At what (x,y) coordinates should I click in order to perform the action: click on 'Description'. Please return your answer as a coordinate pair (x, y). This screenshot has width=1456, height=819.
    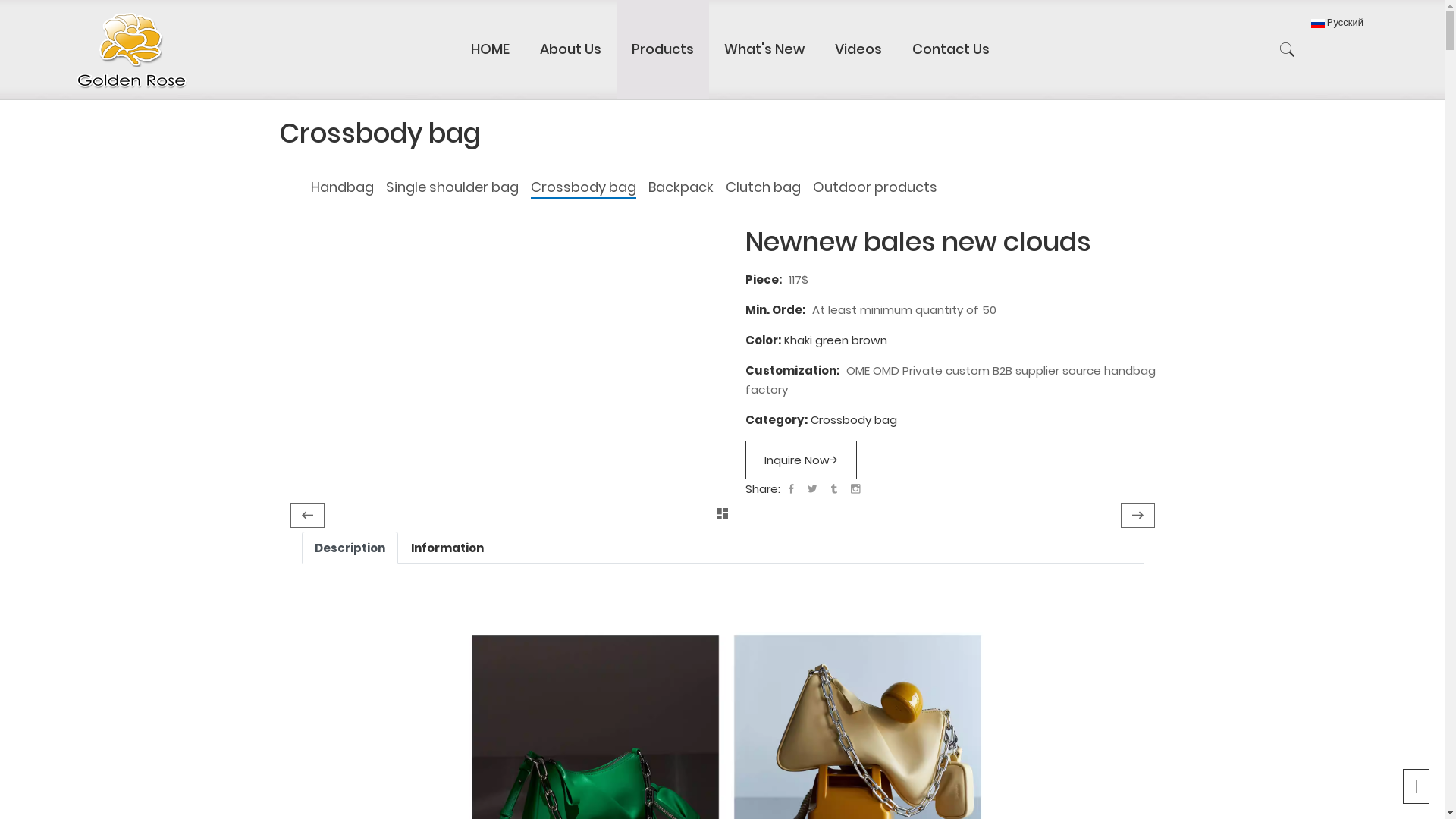
    Looking at the image, I should click on (349, 548).